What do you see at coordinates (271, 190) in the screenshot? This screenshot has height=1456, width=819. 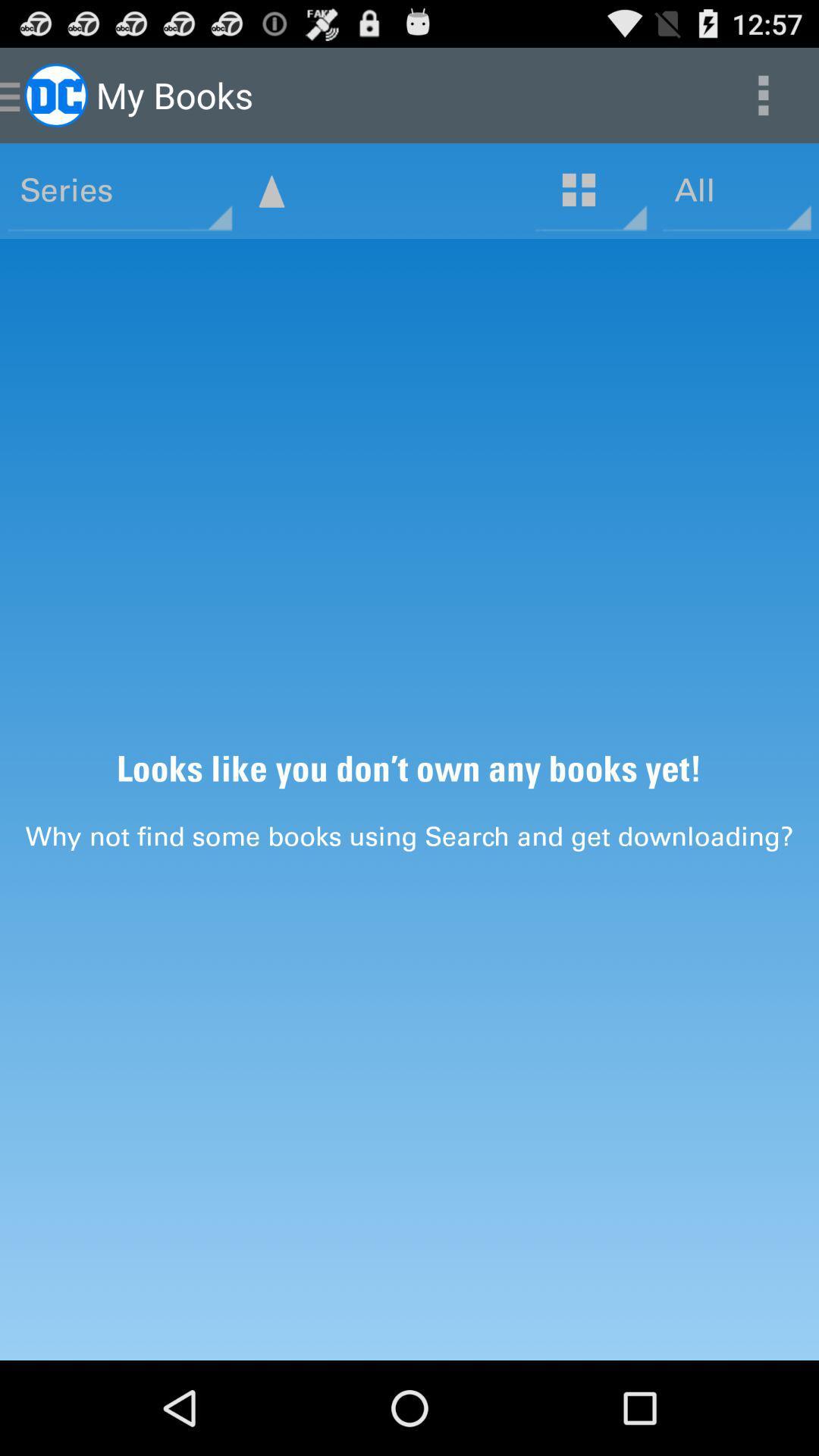 I see `the item next to series icon` at bounding box center [271, 190].